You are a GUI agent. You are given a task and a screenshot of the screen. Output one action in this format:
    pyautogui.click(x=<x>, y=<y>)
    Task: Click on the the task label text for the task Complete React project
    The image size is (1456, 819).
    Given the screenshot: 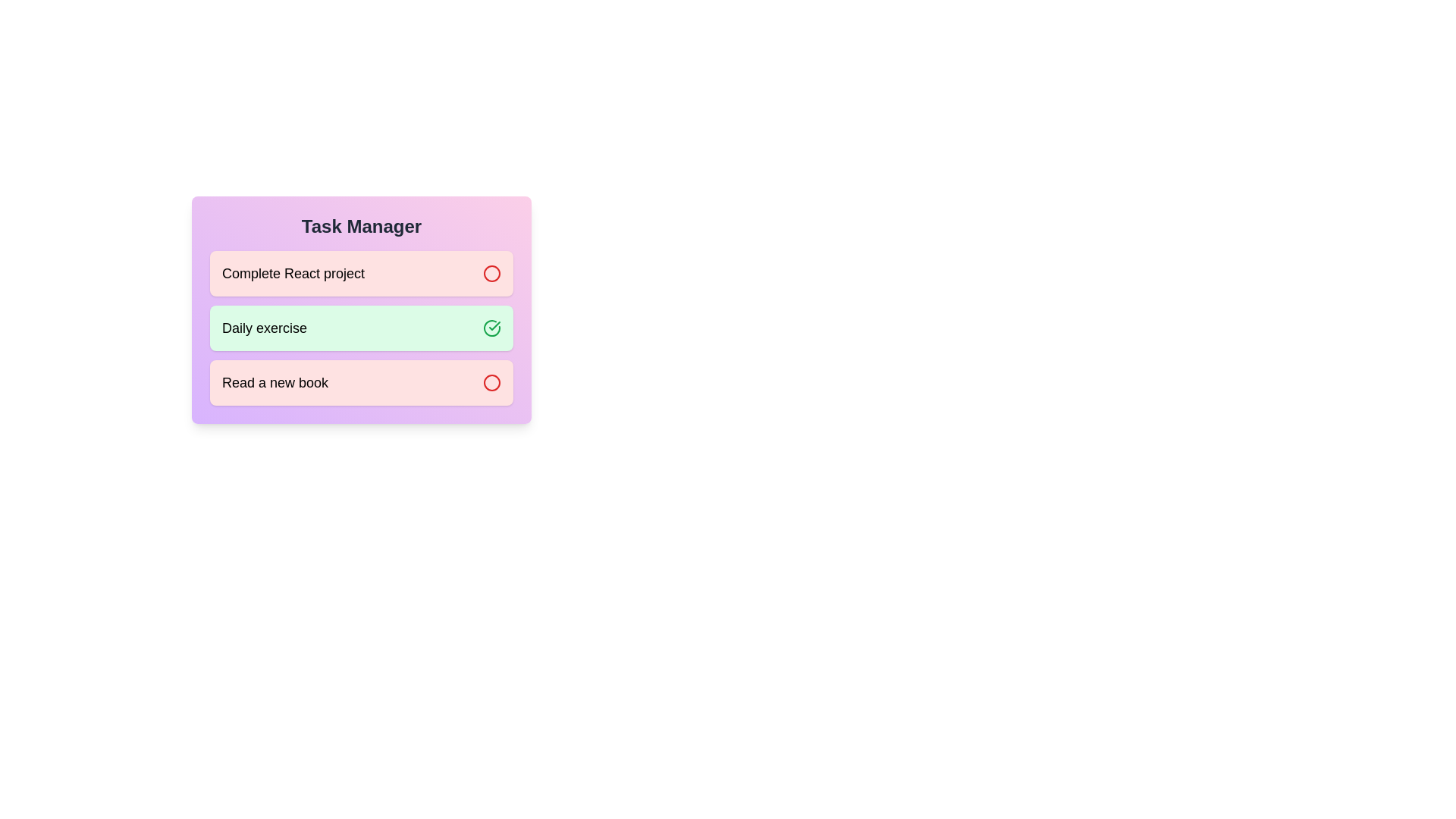 What is the action you would take?
    pyautogui.click(x=293, y=274)
    